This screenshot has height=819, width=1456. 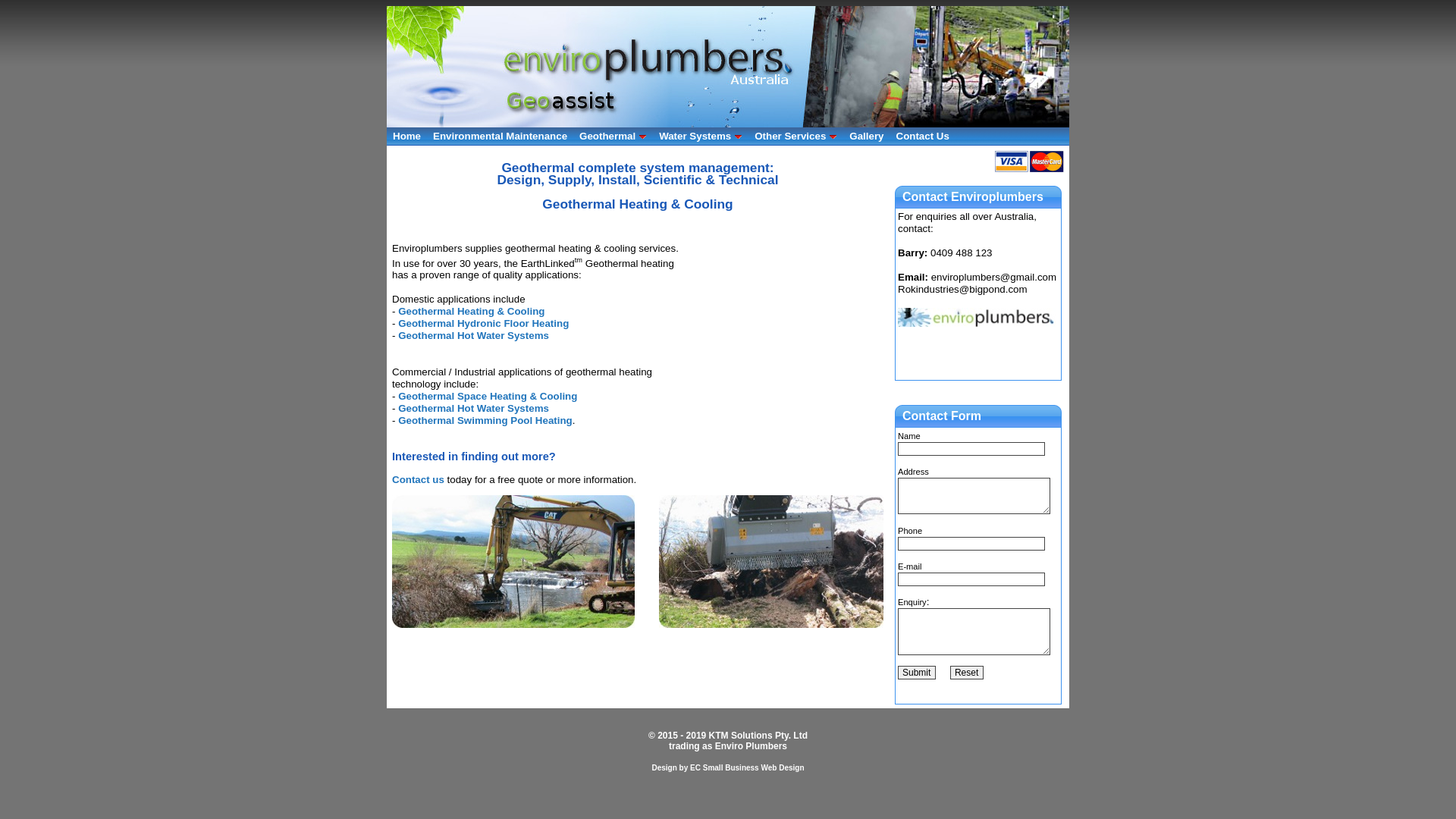 What do you see at coordinates (916, 672) in the screenshot?
I see `'Submit'` at bounding box center [916, 672].